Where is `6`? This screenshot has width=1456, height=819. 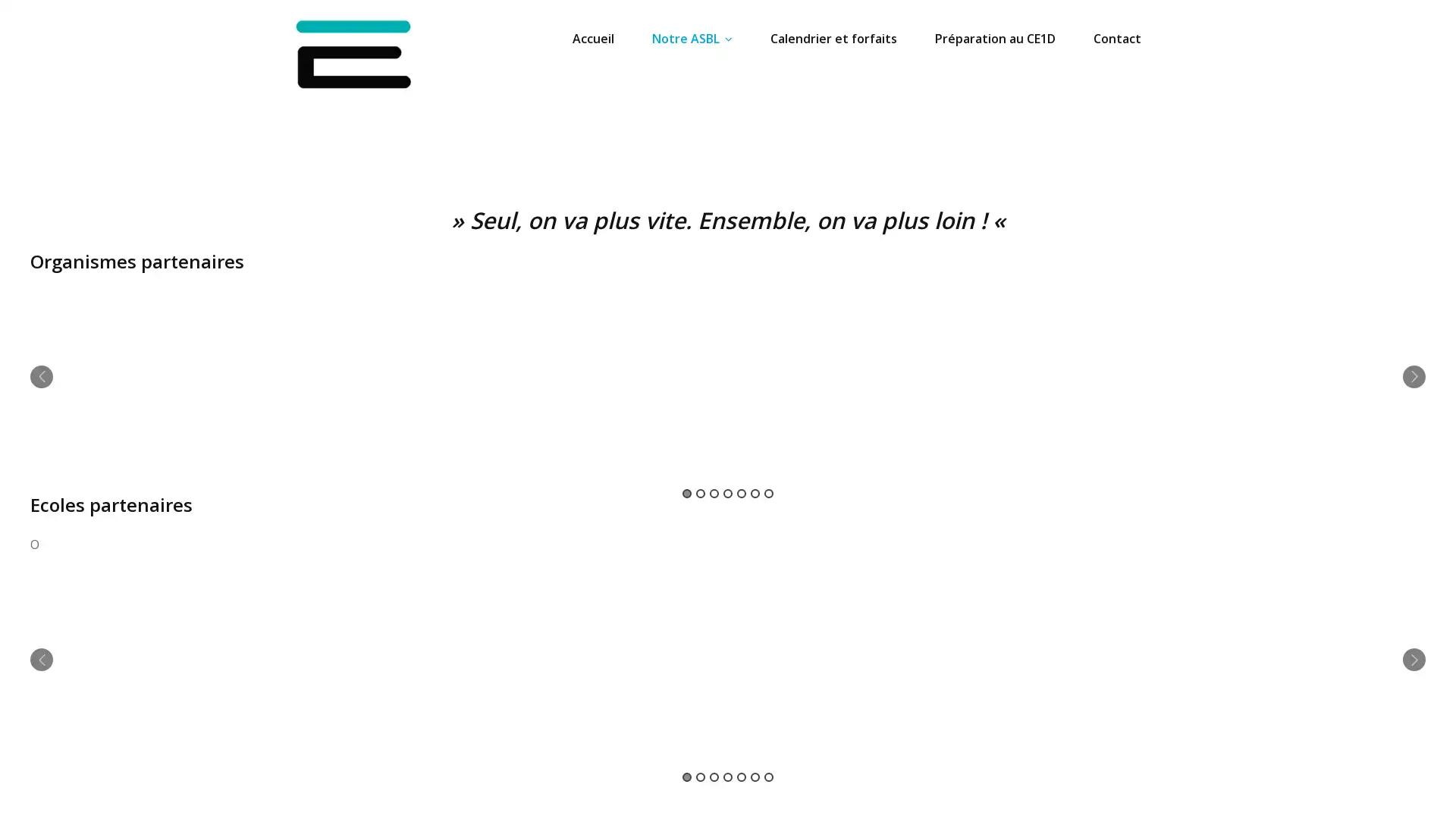 6 is located at coordinates (755, 494).